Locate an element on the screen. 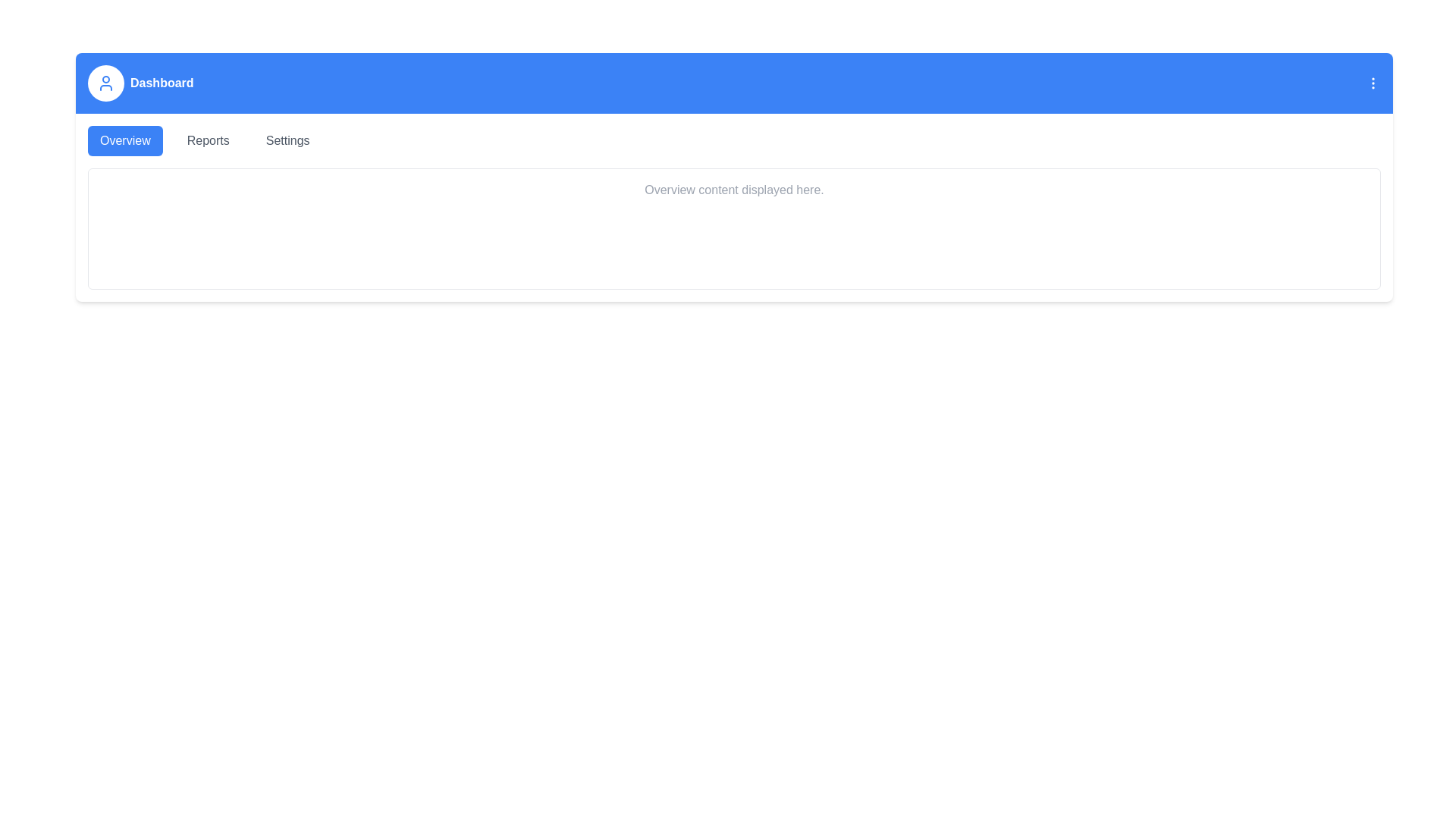 The height and width of the screenshot is (819, 1456). the first button in the horizontal navigation bar that navigates to the 'Overview' section to visualize interactivity is located at coordinates (125, 140).